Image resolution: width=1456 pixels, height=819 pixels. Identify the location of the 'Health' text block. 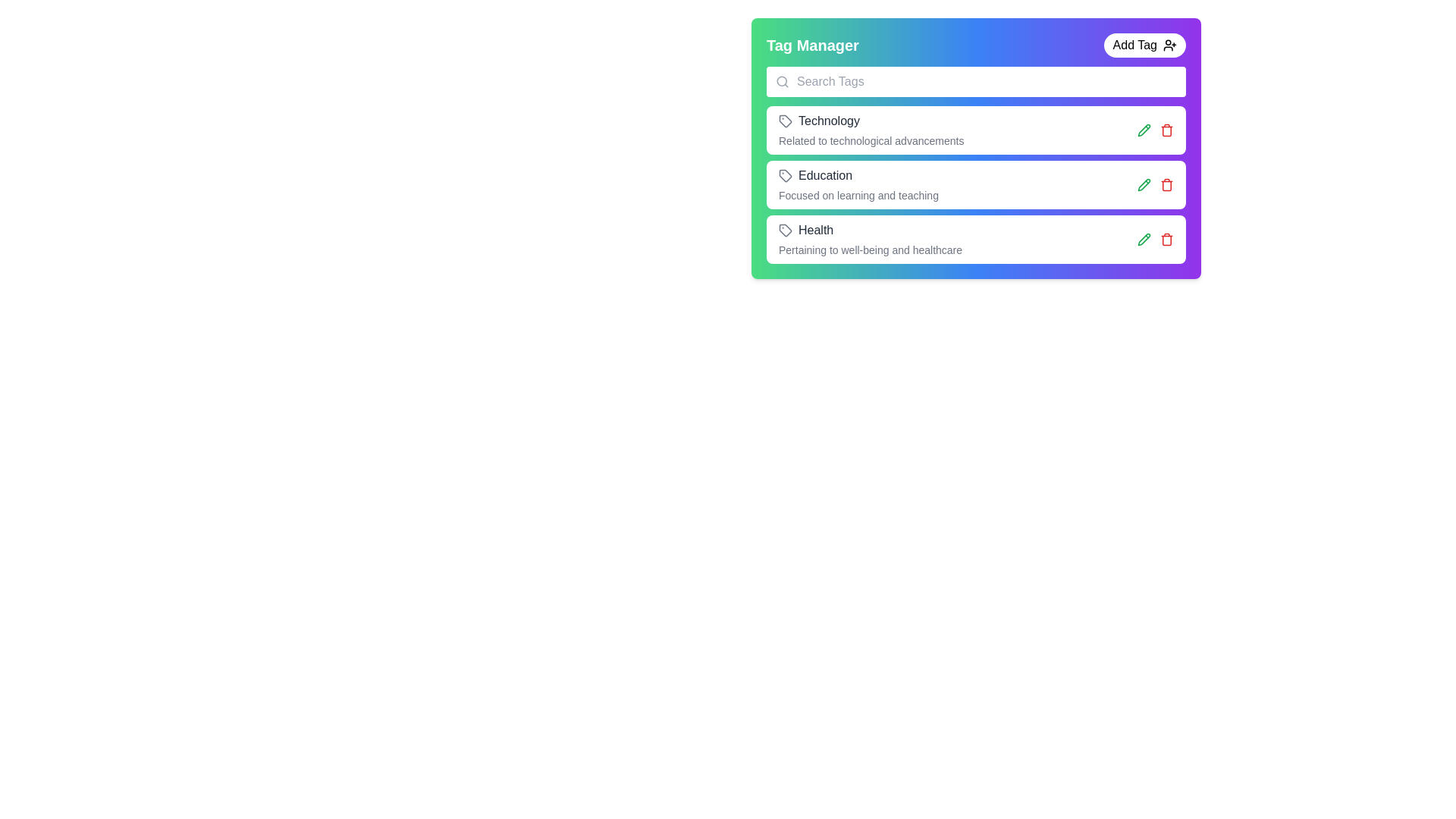
(870, 239).